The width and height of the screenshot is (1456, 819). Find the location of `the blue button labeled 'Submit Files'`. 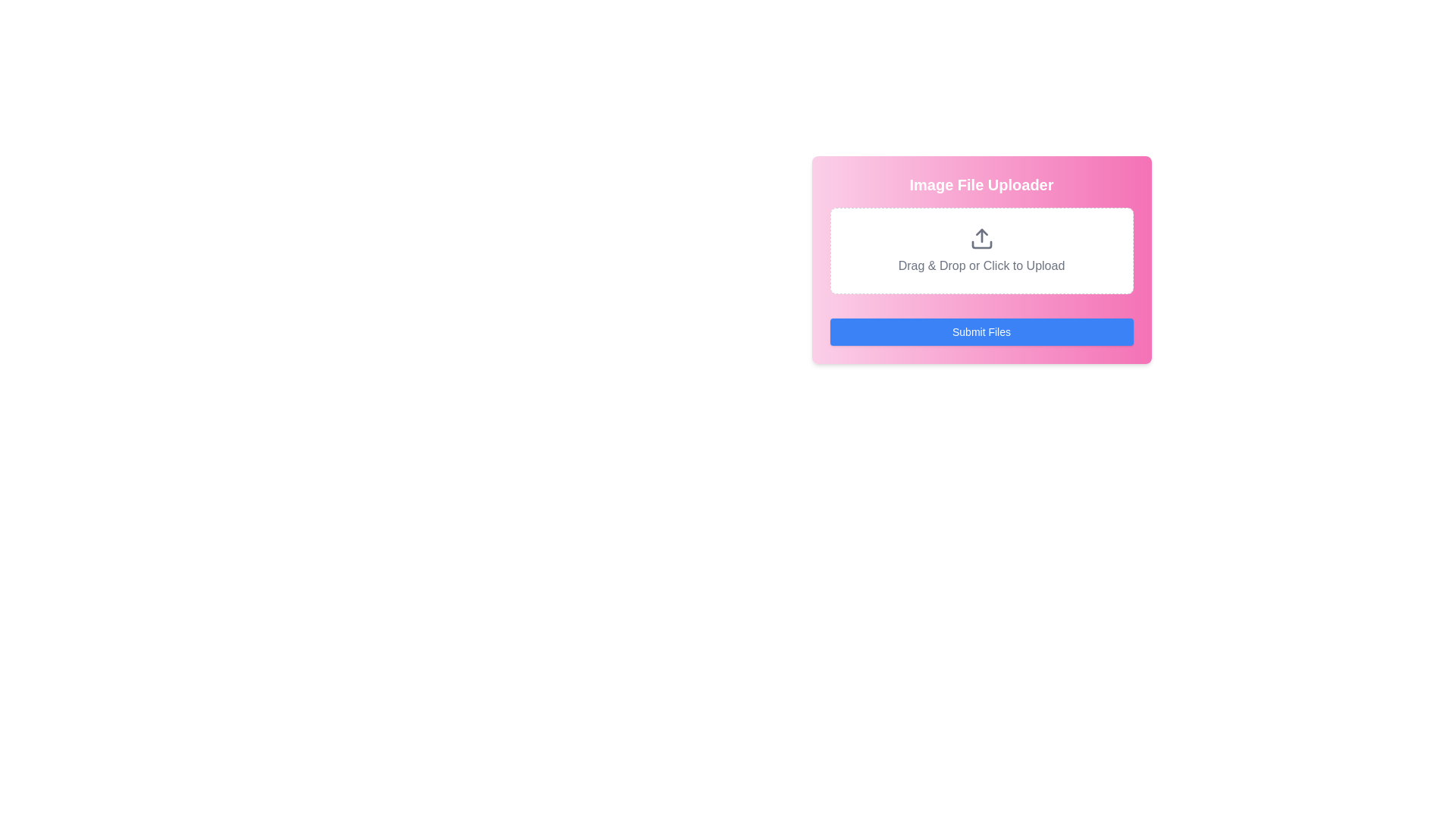

the blue button labeled 'Submit Files' is located at coordinates (981, 331).